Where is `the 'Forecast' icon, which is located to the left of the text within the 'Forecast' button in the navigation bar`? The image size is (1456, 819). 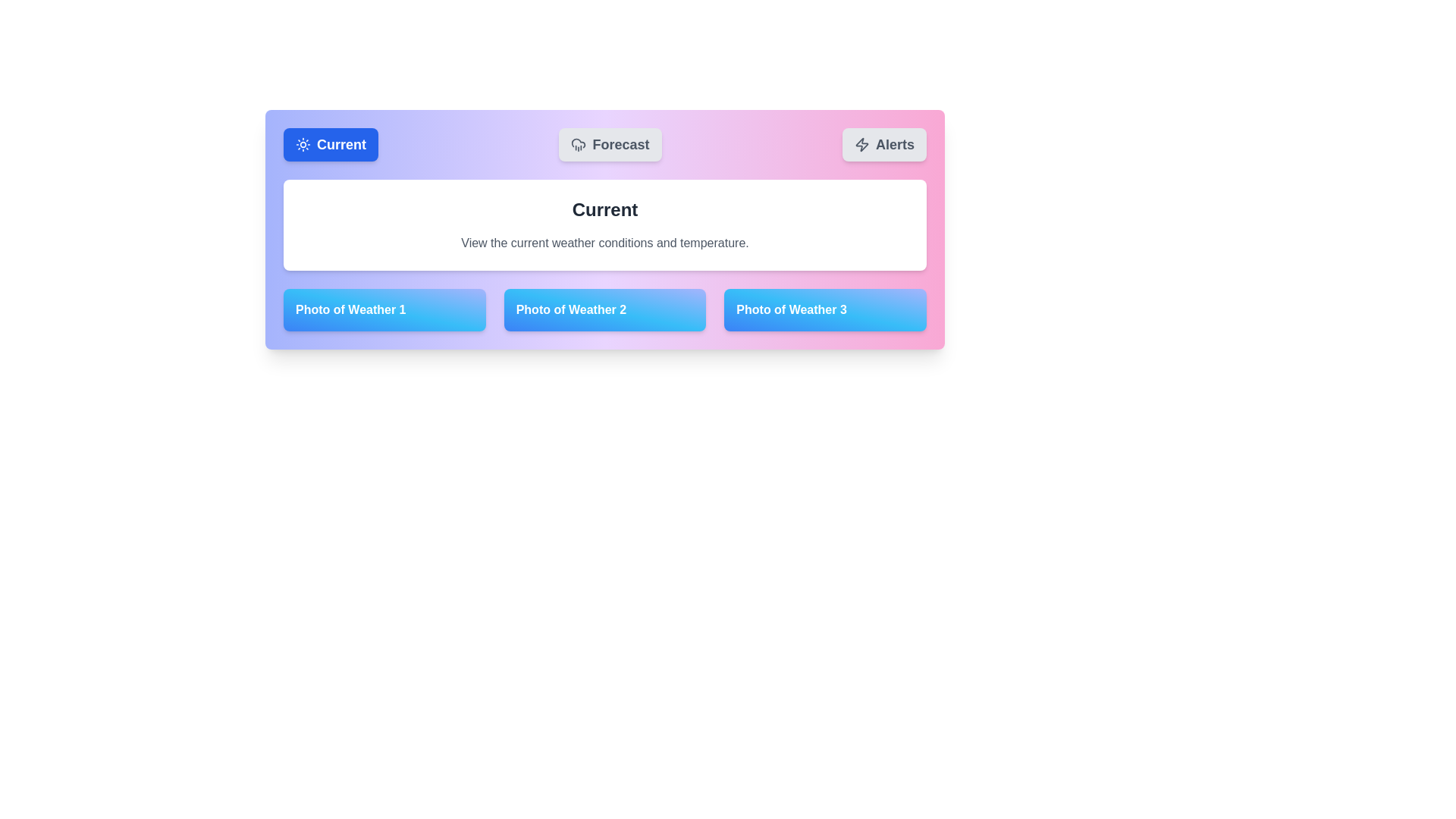 the 'Forecast' icon, which is located to the left of the text within the 'Forecast' button in the navigation bar is located at coordinates (578, 145).